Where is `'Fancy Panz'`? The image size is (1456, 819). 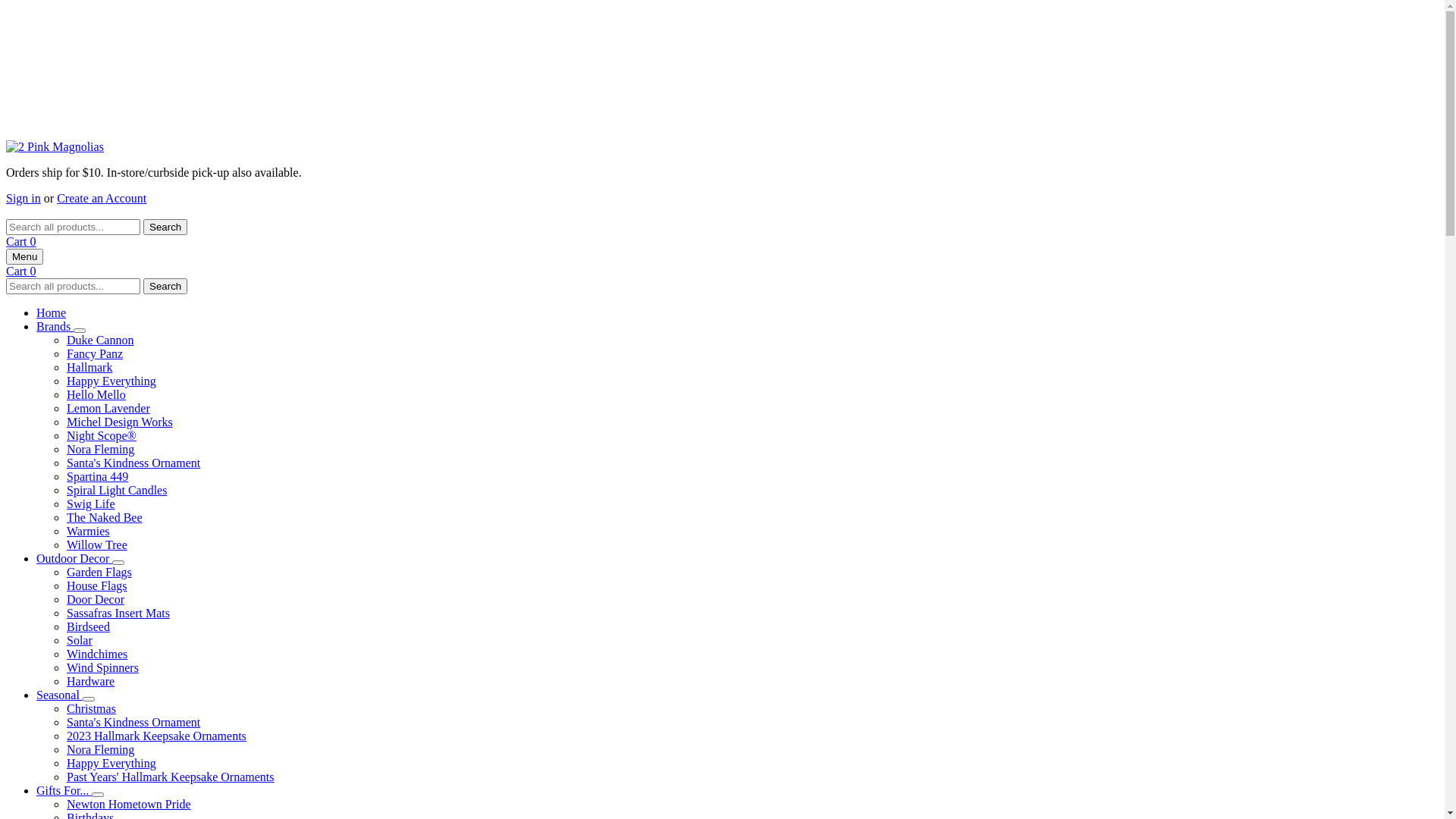 'Fancy Panz' is located at coordinates (93, 353).